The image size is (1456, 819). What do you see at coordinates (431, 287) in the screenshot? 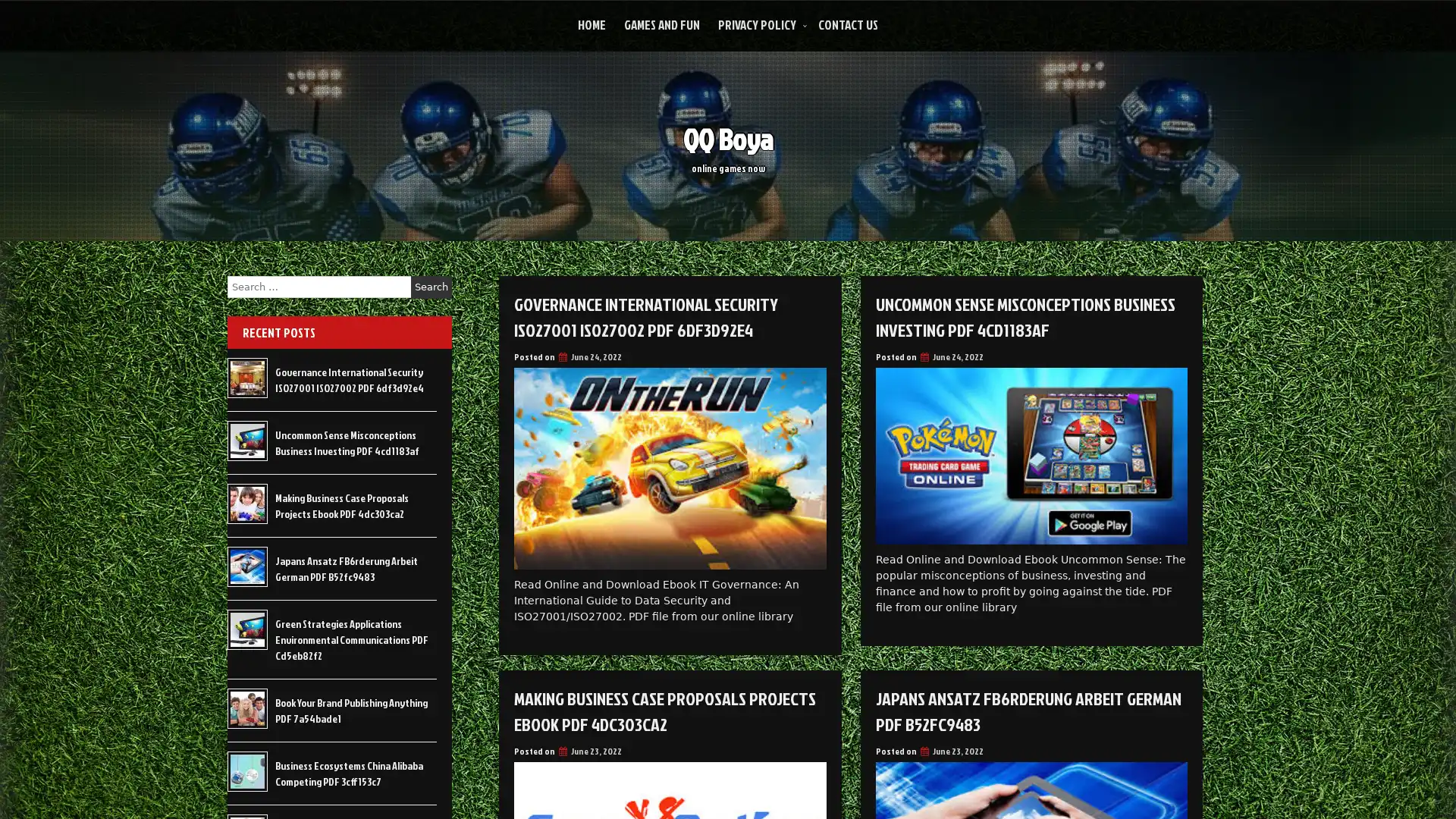
I see `Search` at bounding box center [431, 287].